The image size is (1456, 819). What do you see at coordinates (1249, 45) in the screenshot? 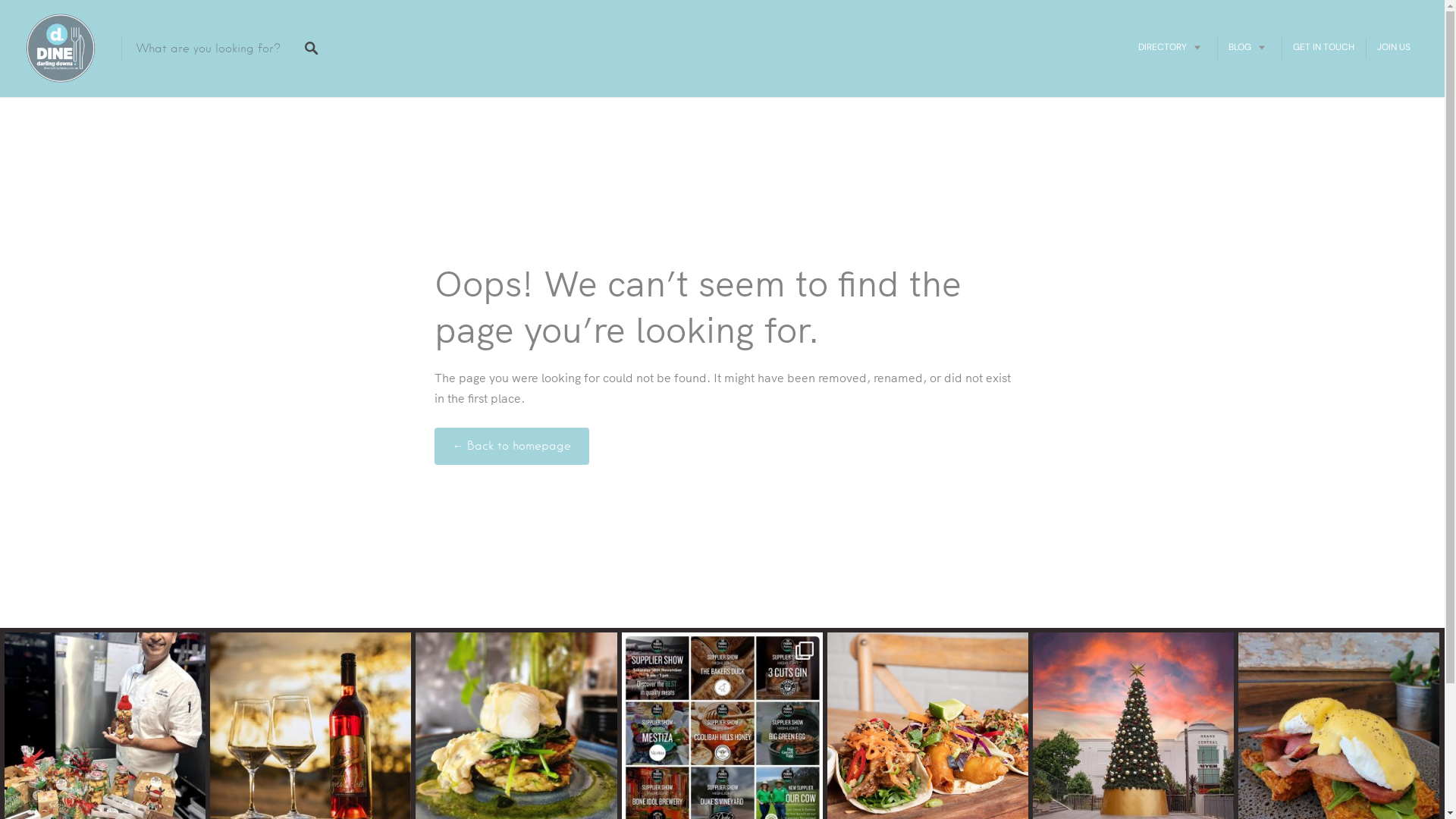
I see `'BLOG'` at bounding box center [1249, 45].